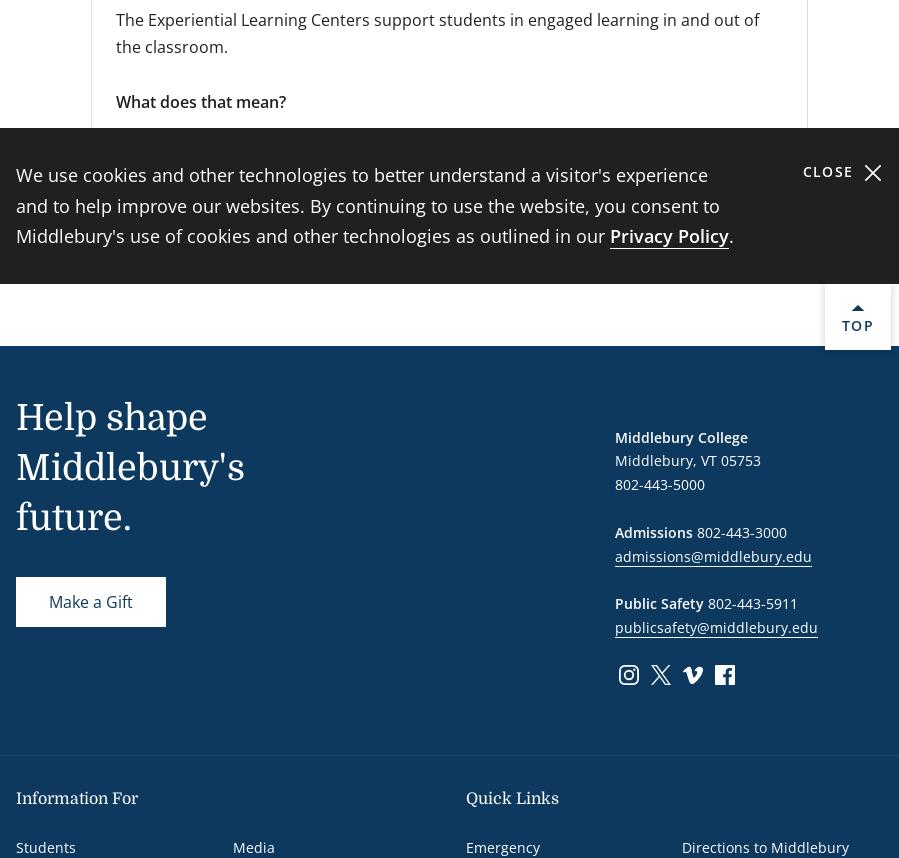 Image resolution: width=899 pixels, height=858 pixels. I want to click on 'Admissions', so click(653, 531).